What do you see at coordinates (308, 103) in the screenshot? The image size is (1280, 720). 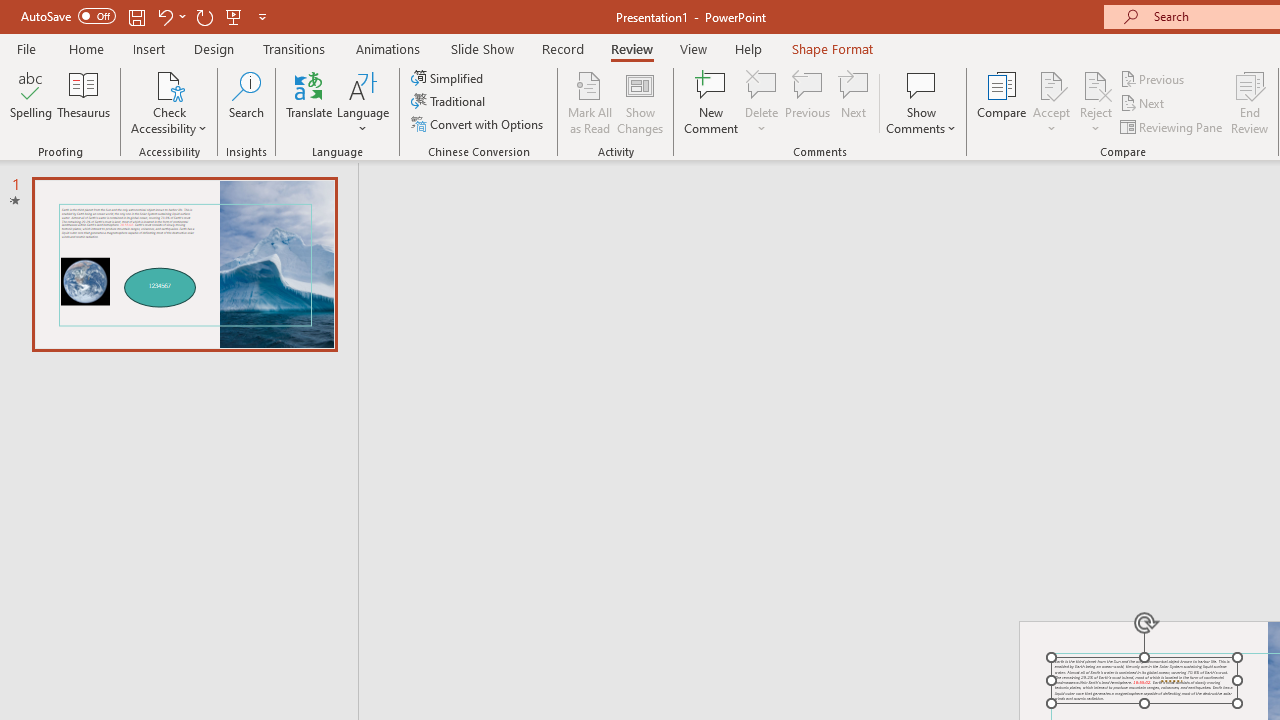 I see `'Translate'` at bounding box center [308, 103].